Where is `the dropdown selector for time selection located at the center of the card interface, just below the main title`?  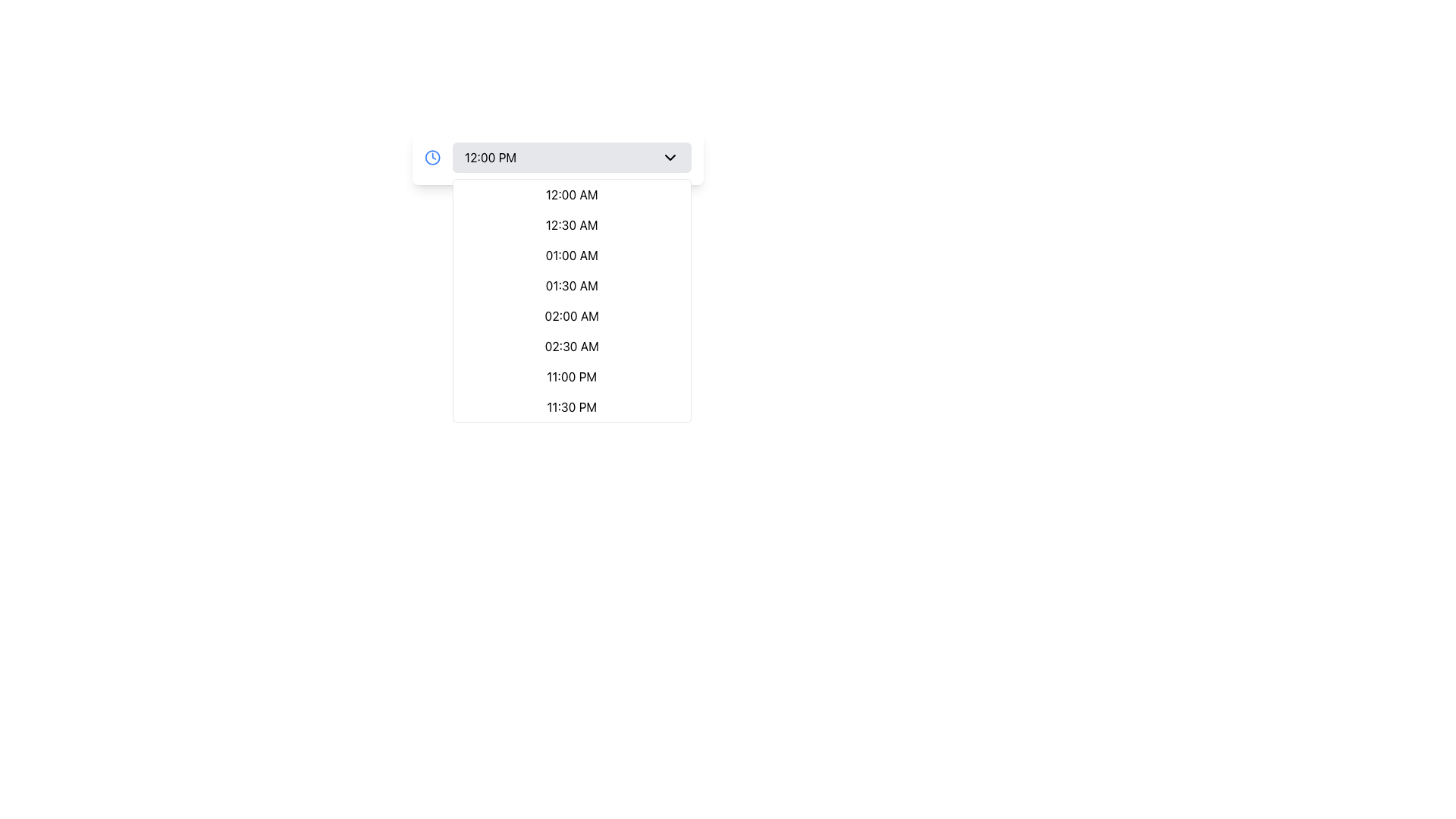
the dropdown selector for time selection located at the center of the card interface, just below the main title is located at coordinates (557, 158).